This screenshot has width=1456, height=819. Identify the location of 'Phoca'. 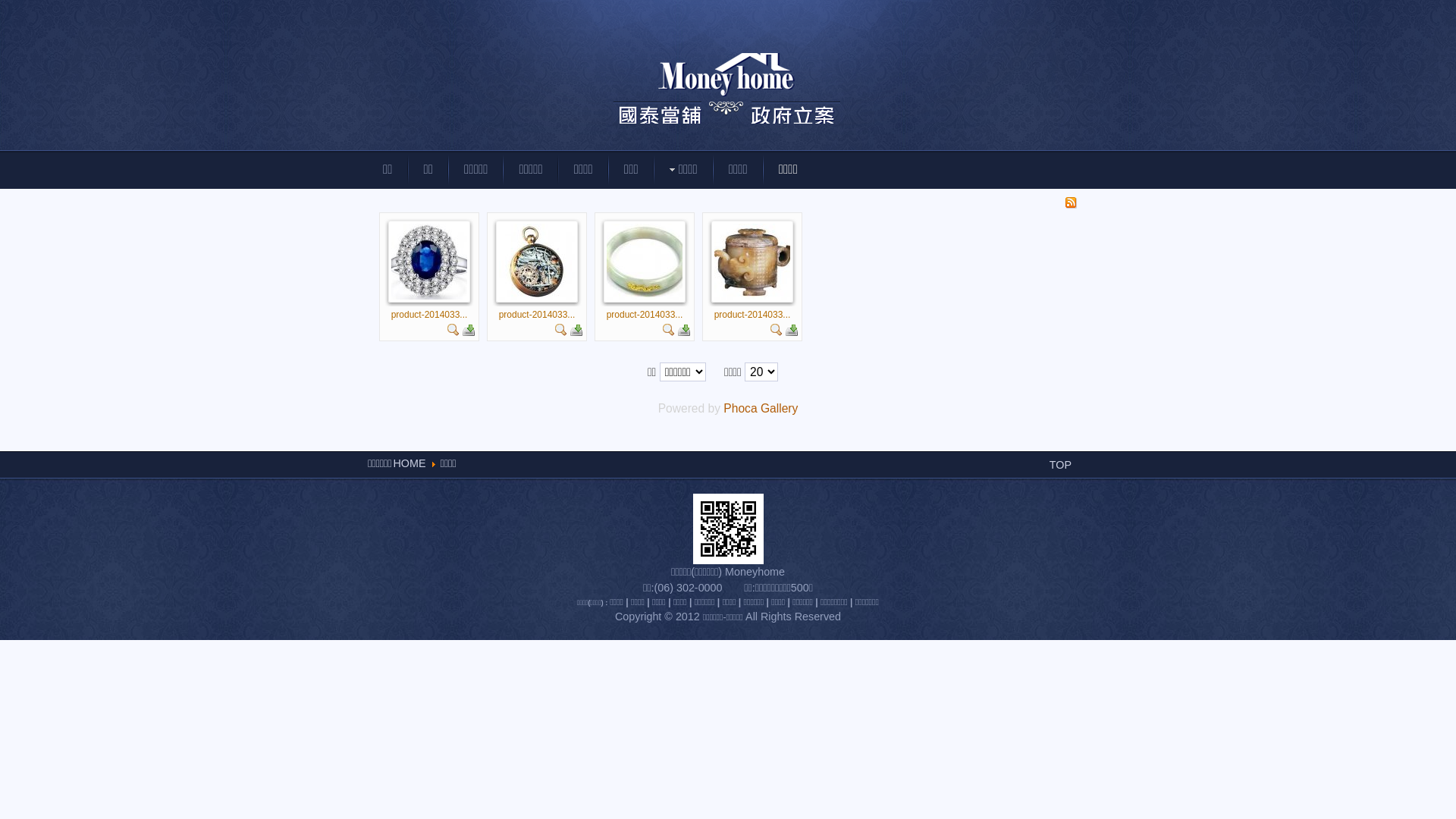
(739, 407).